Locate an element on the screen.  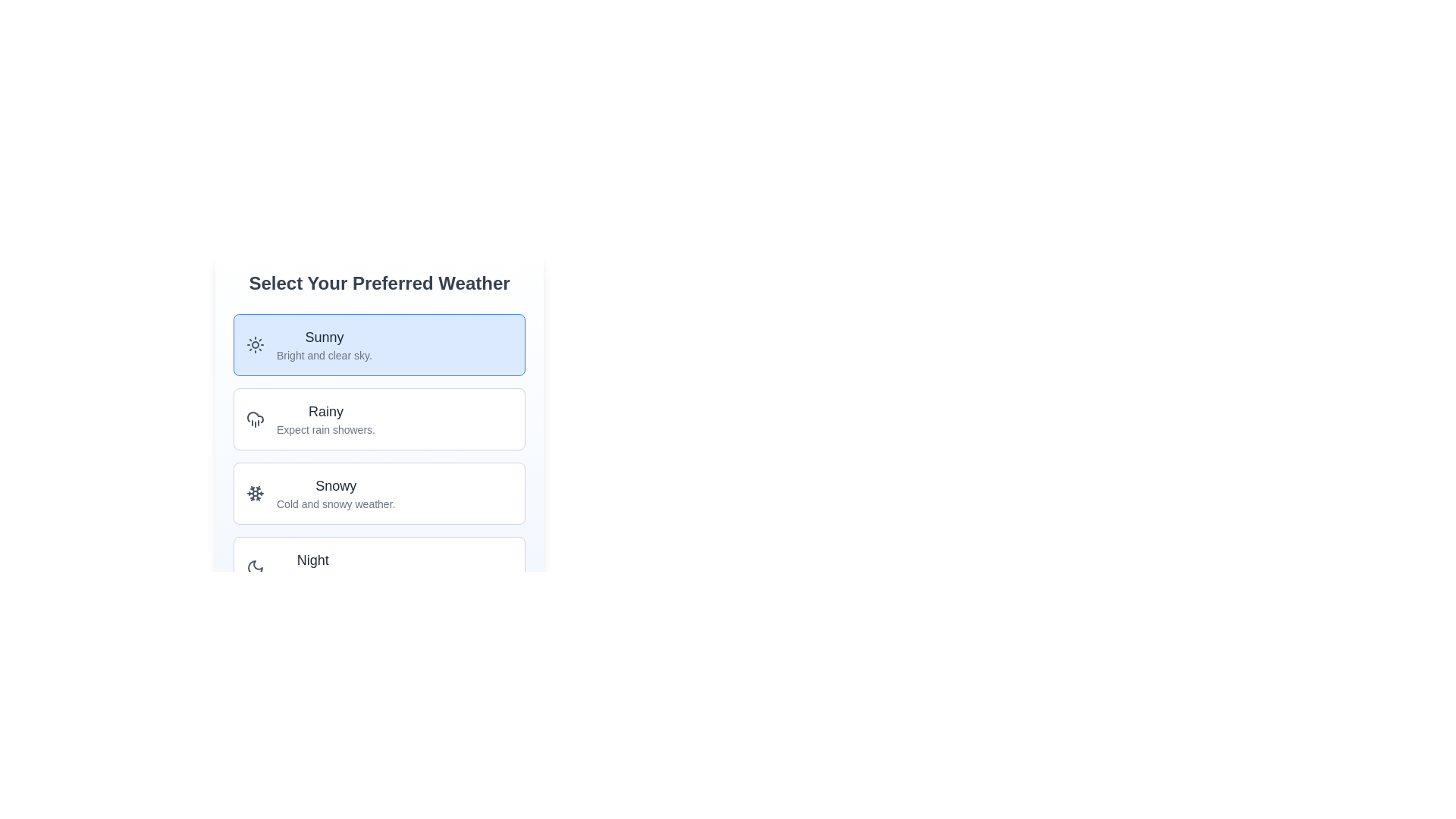
the crescent moon icon associated with the 'Night' label, located at the bottom of the weather options list is located at coordinates (255, 567).